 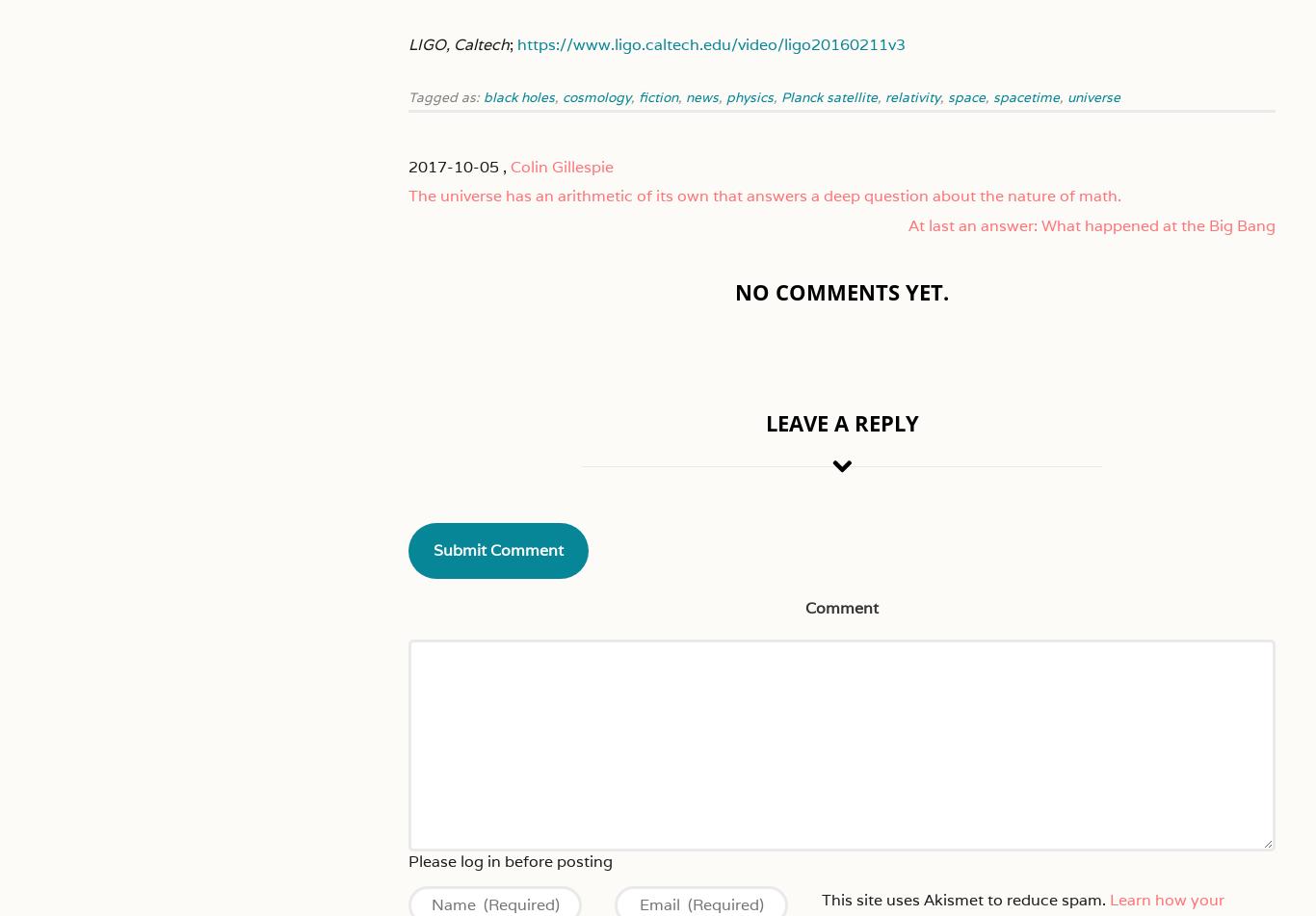 I want to click on 'relativity', so click(x=912, y=96).